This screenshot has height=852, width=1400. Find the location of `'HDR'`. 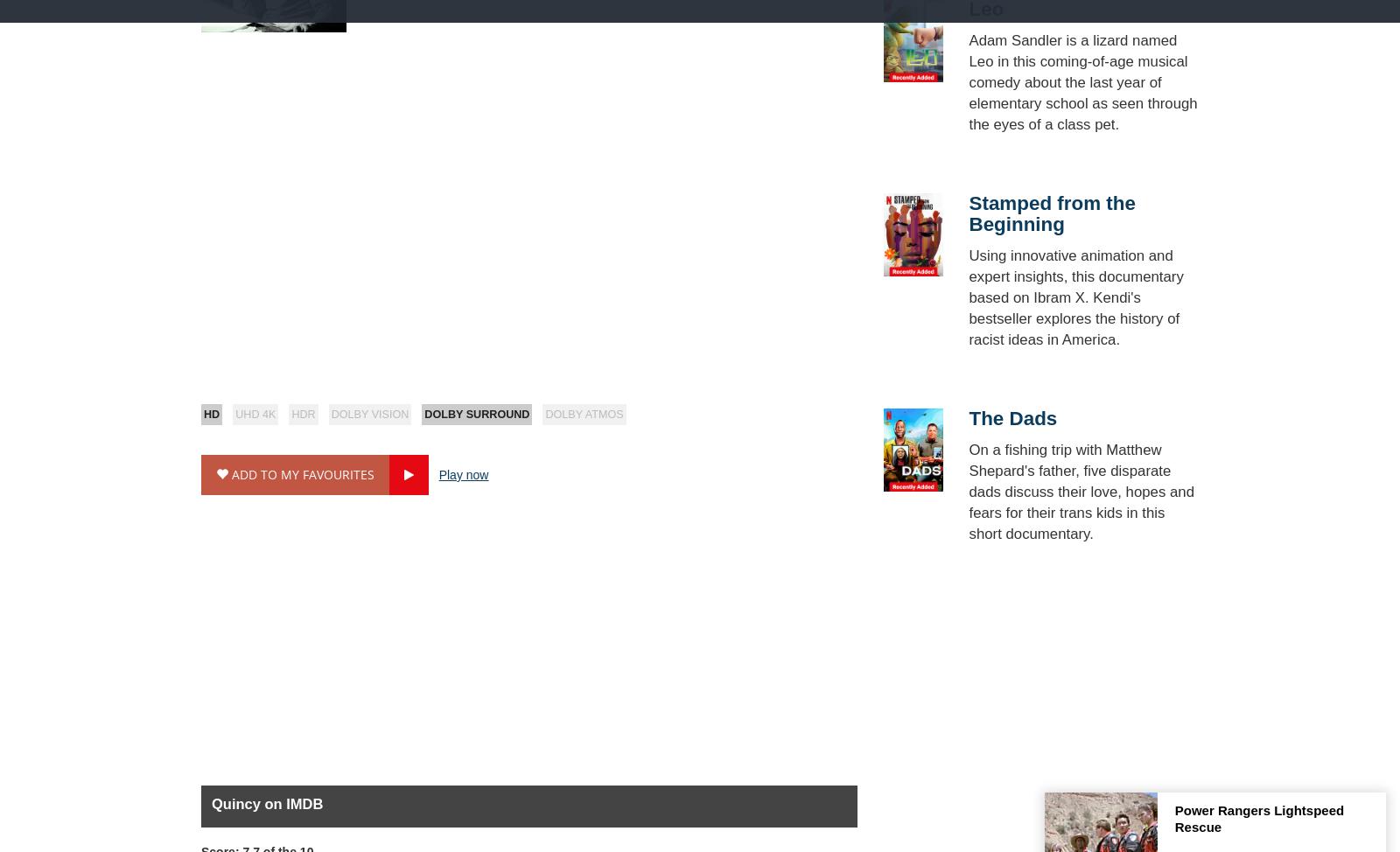

'HDR' is located at coordinates (290, 414).